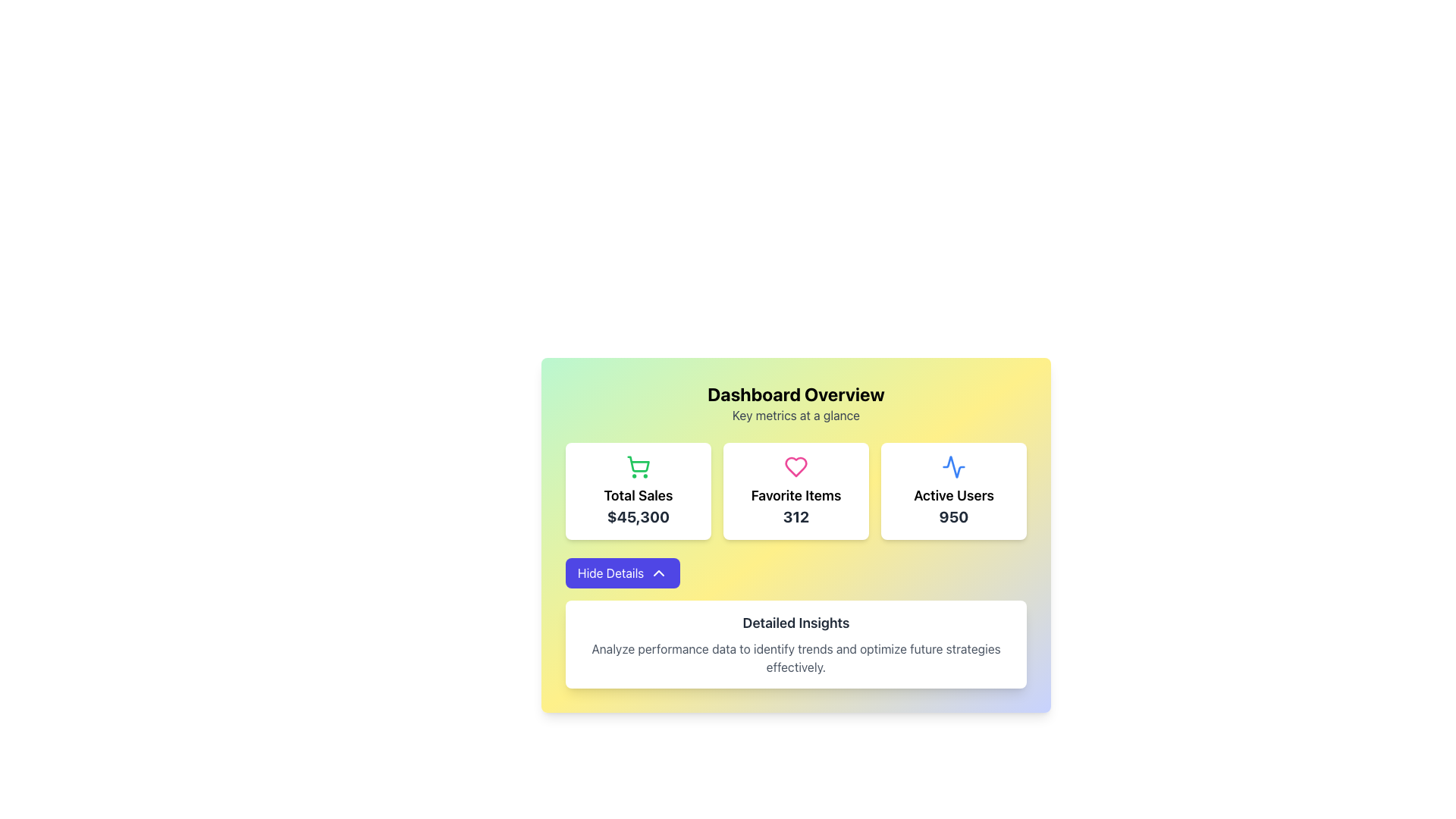  Describe the element at coordinates (952, 491) in the screenshot. I see `the 'Active Users' card, which displays the text 'Active Users' in bold above the number '950'` at that location.